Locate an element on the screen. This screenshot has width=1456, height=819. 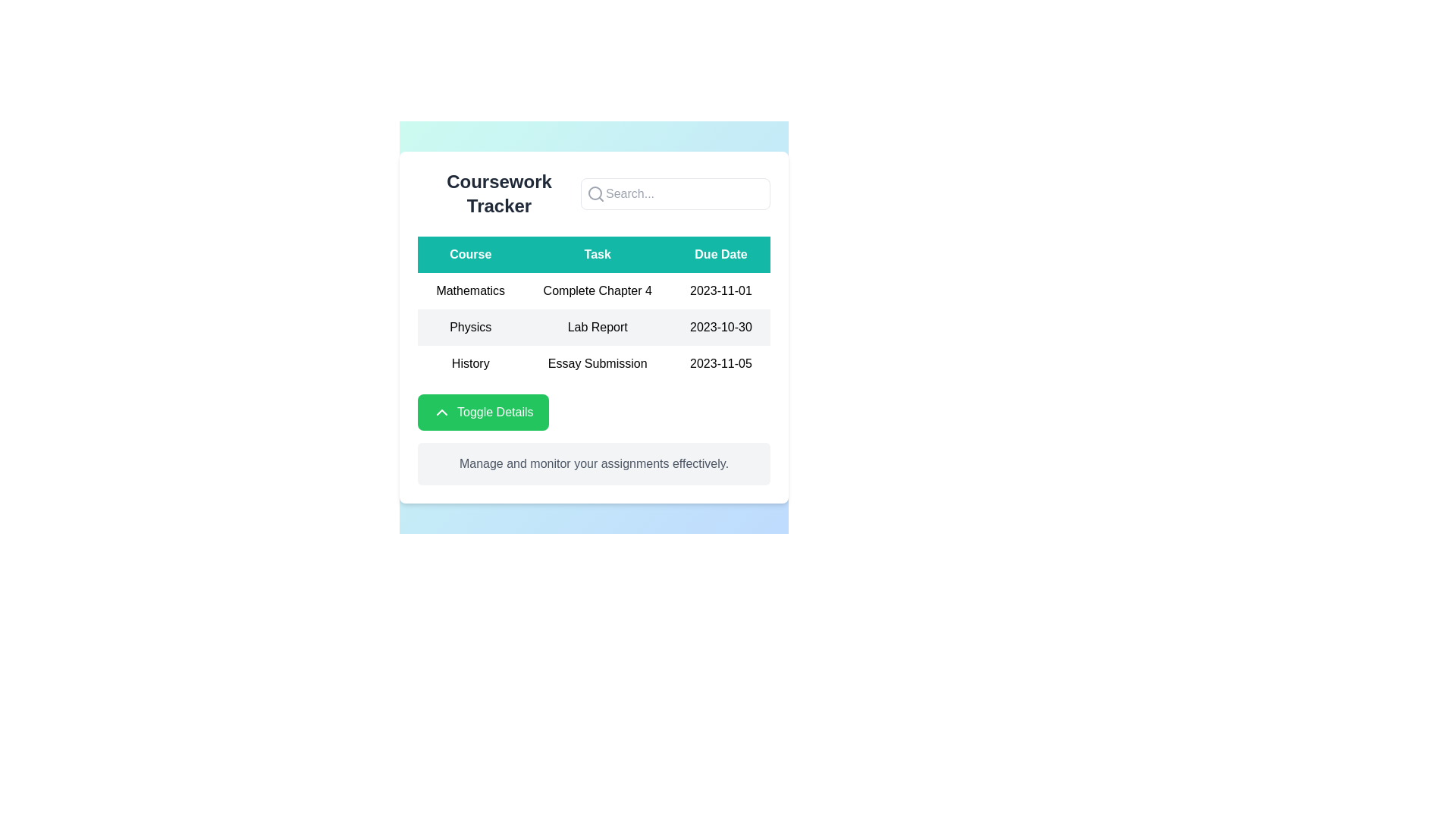
the search icon represented as a magnifying glass symbol, which is gray in color and located to the left inside the search input field adjacent to the placeholder text 'Search...' is located at coordinates (595, 193).